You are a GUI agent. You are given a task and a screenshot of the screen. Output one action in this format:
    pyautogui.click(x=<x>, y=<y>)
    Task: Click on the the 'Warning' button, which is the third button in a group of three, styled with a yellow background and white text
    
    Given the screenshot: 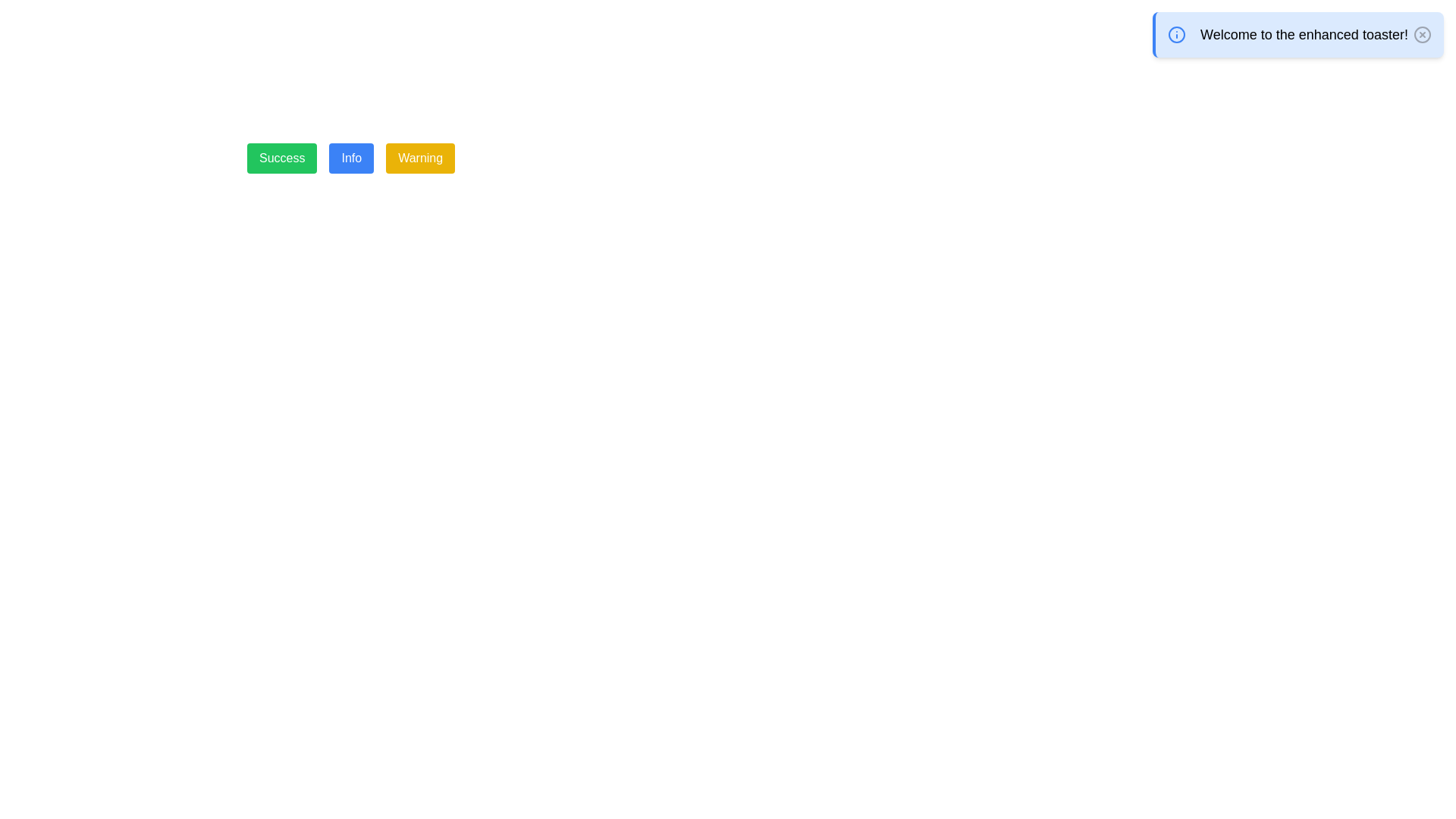 What is the action you would take?
    pyautogui.click(x=420, y=158)
    